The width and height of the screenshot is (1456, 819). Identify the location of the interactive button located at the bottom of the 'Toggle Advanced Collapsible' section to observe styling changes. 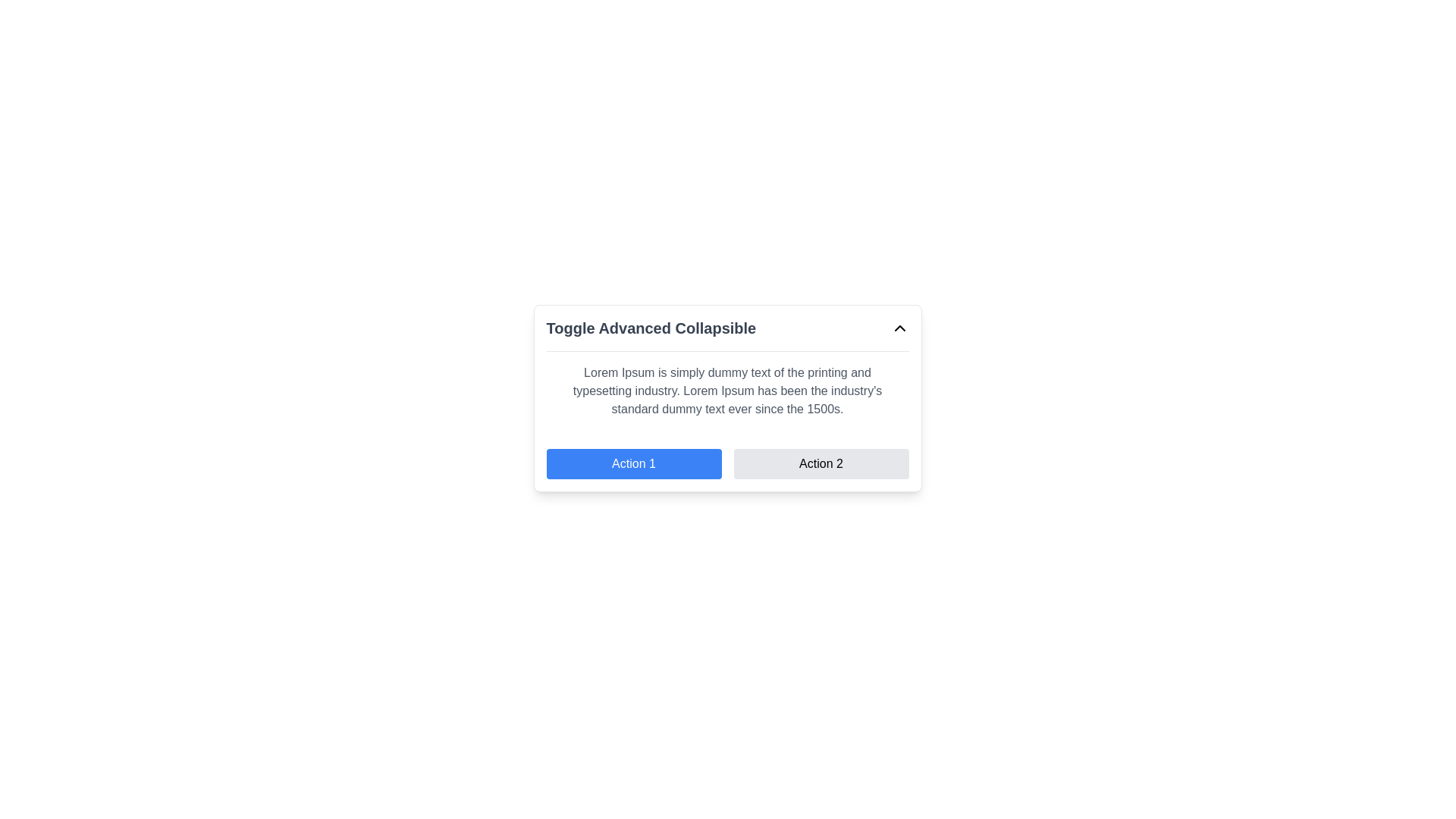
(633, 463).